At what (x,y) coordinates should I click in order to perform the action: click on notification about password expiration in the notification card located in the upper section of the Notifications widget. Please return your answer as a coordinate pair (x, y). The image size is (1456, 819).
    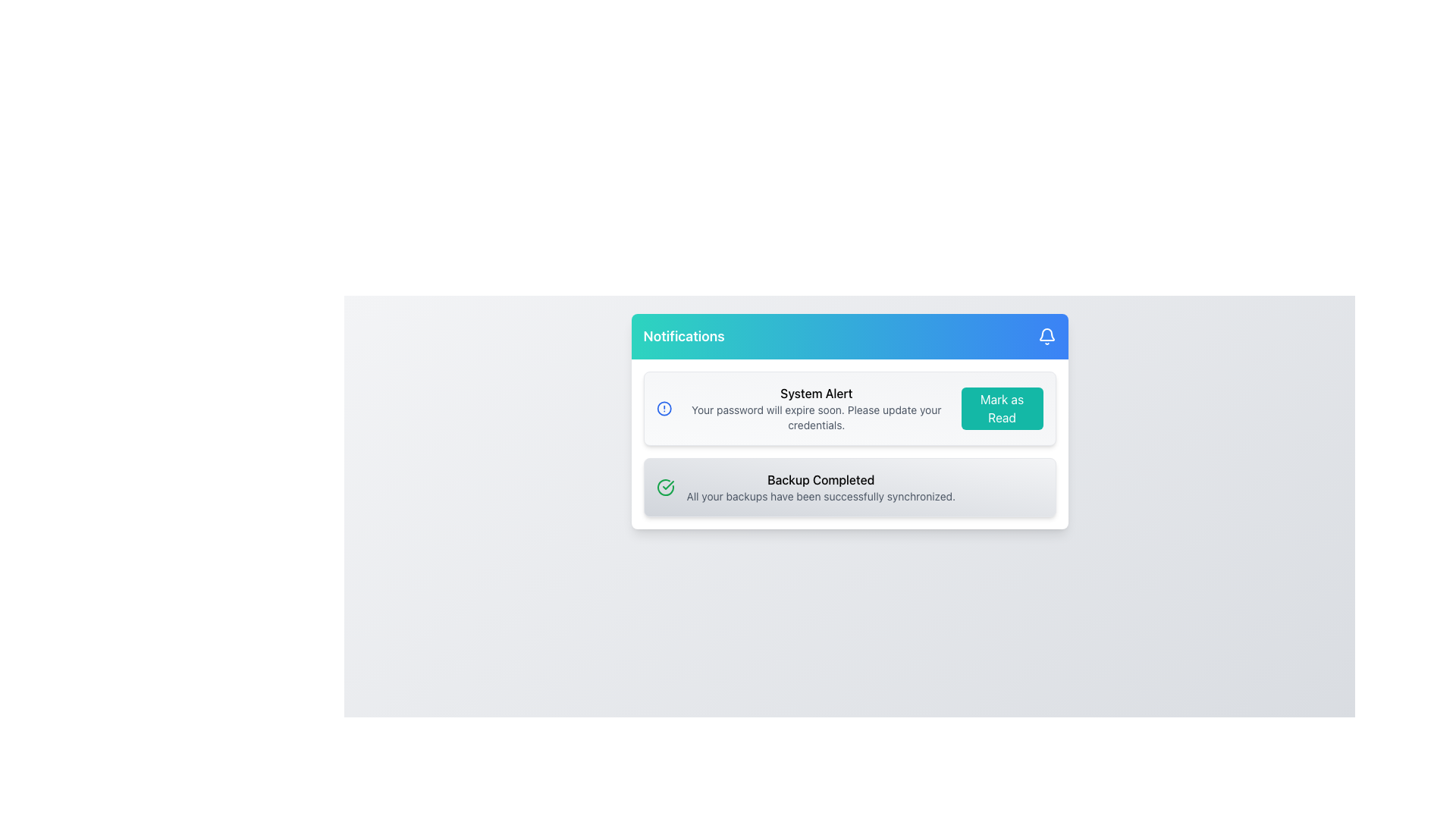
    Looking at the image, I should click on (815, 408).